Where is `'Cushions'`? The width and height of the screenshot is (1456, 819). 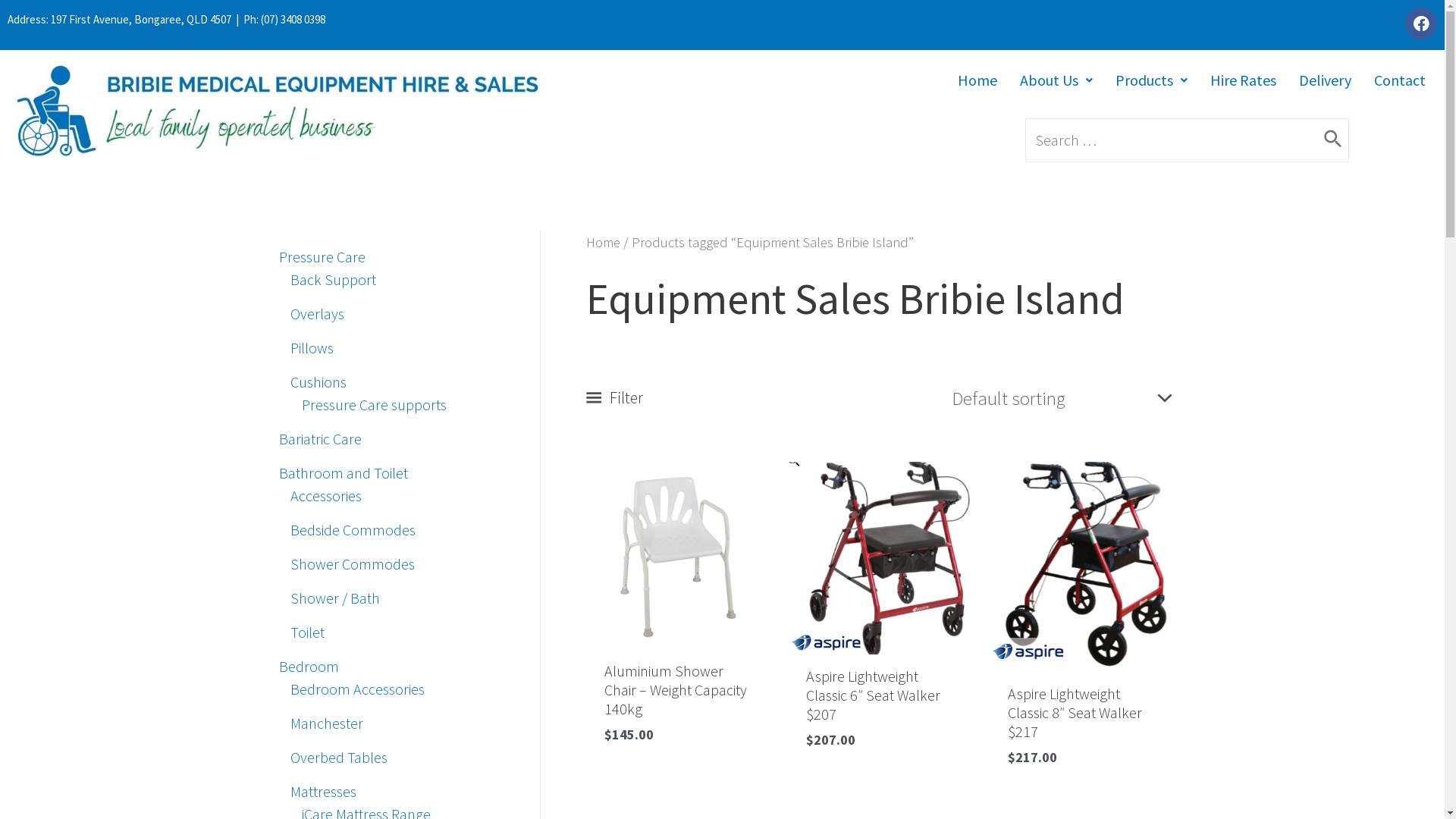 'Cushions' is located at coordinates (316, 381).